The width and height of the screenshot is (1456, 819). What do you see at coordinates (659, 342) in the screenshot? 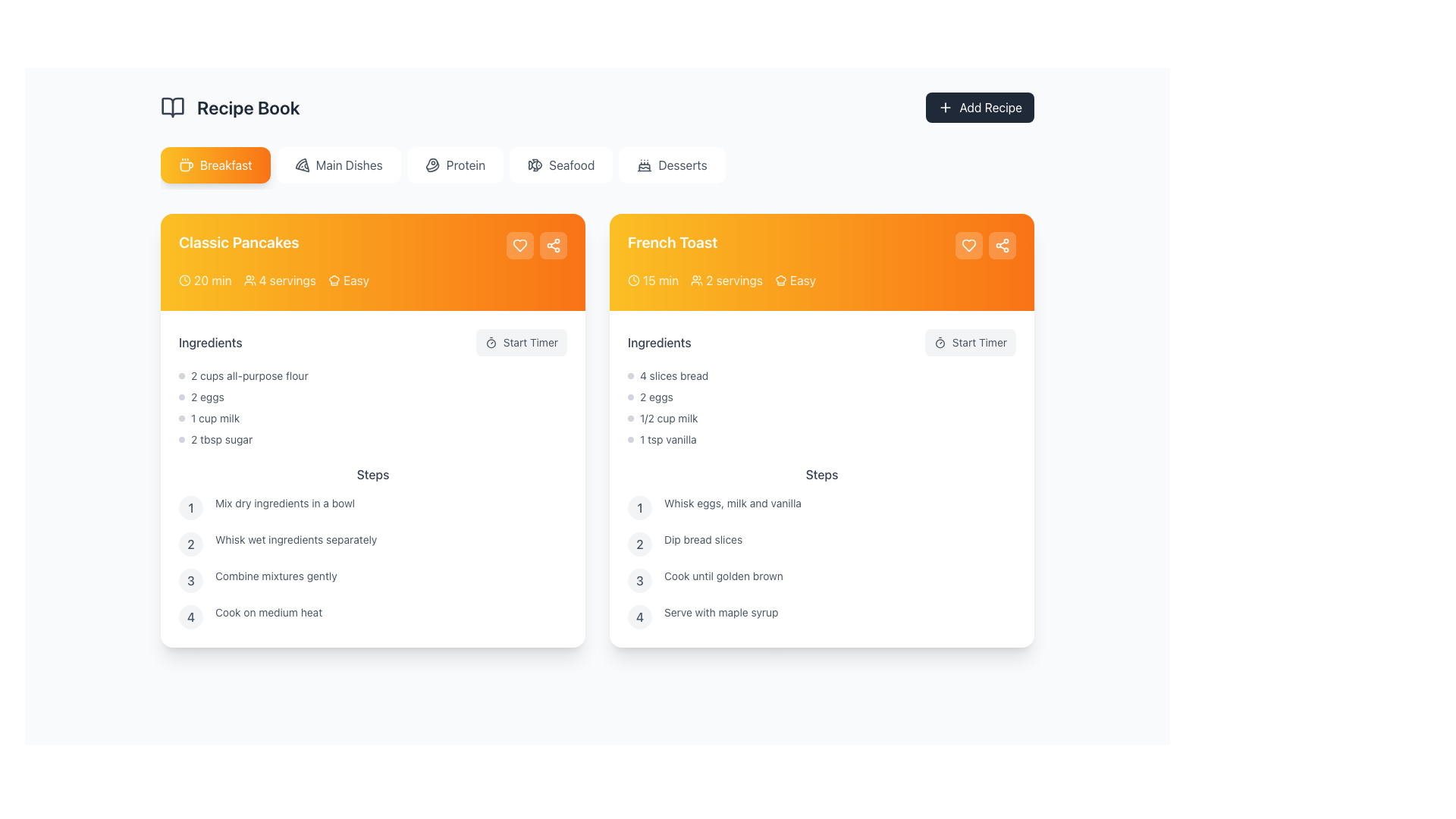
I see `the text label displaying 'Ingredients' in gray color, located at the top-left of the recipe card for 'French Toast'` at bounding box center [659, 342].